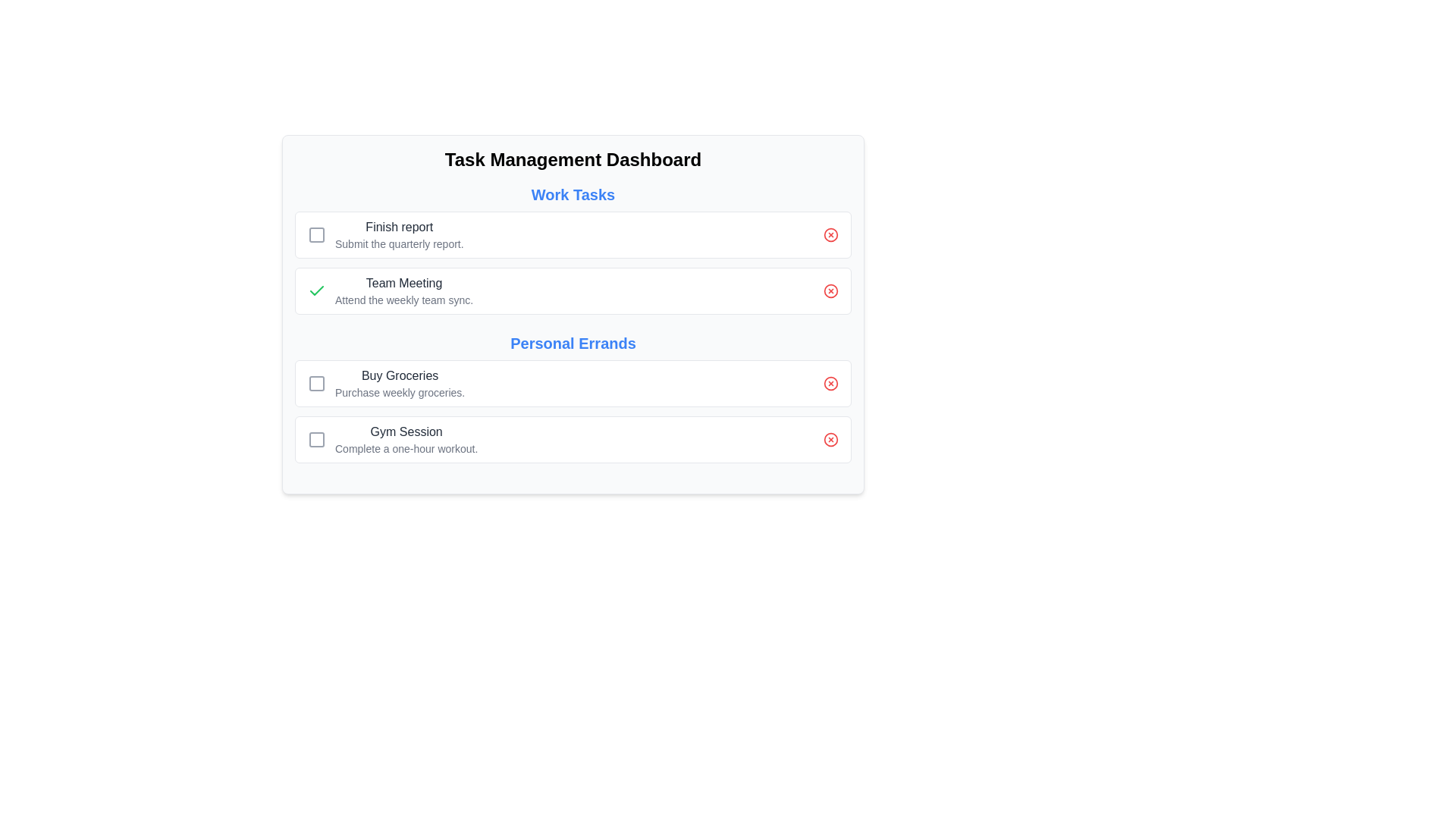 This screenshot has width=1456, height=819. Describe the element at coordinates (386, 382) in the screenshot. I see `task details of the List item titled 'Buy Groceries' with an embedded checkbox and supporting text 'Purchase weekly groceries.'` at that location.